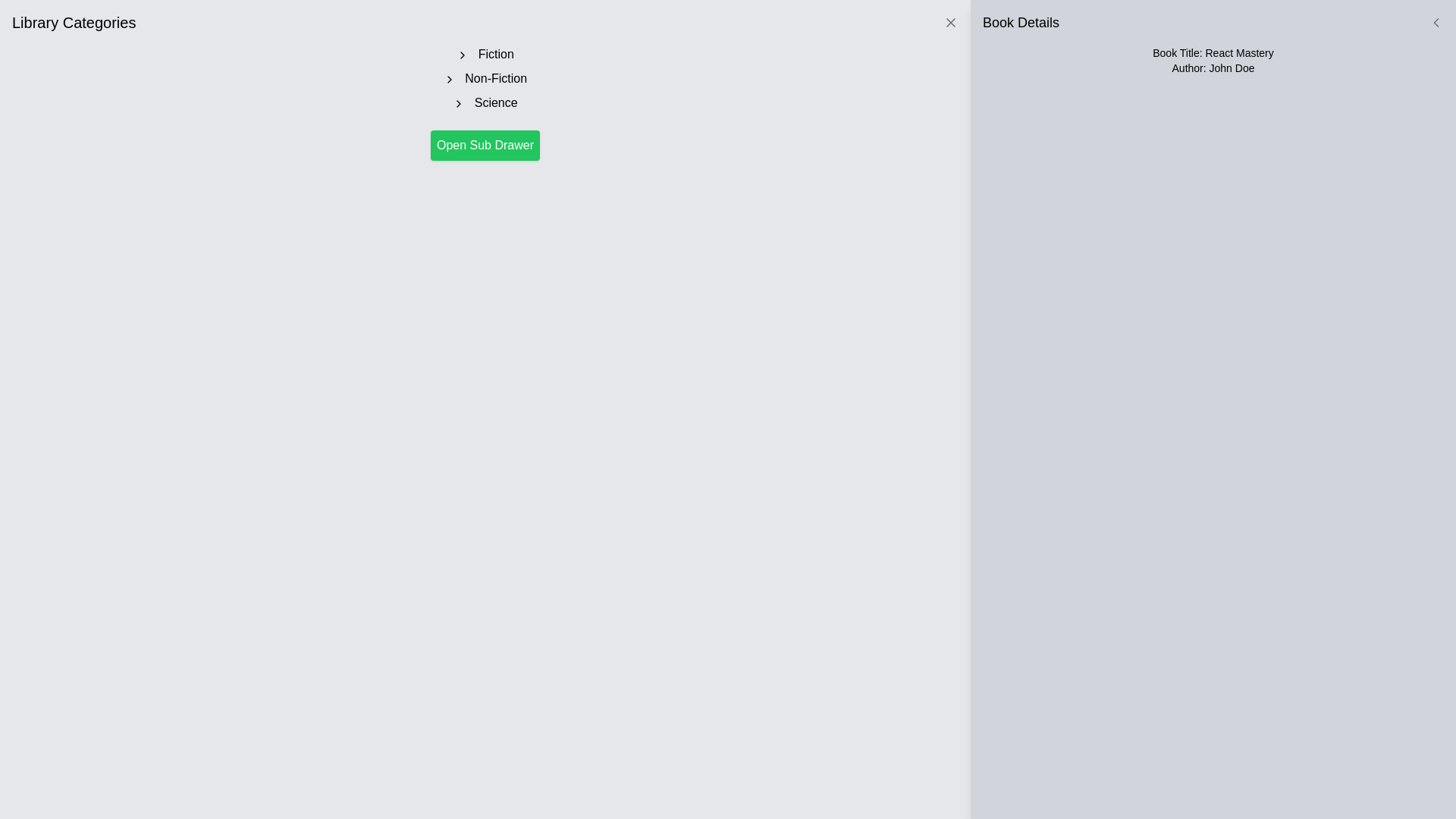 This screenshot has width=1456, height=819. Describe the element at coordinates (484, 54) in the screenshot. I see `the 'Fiction' category label` at that location.